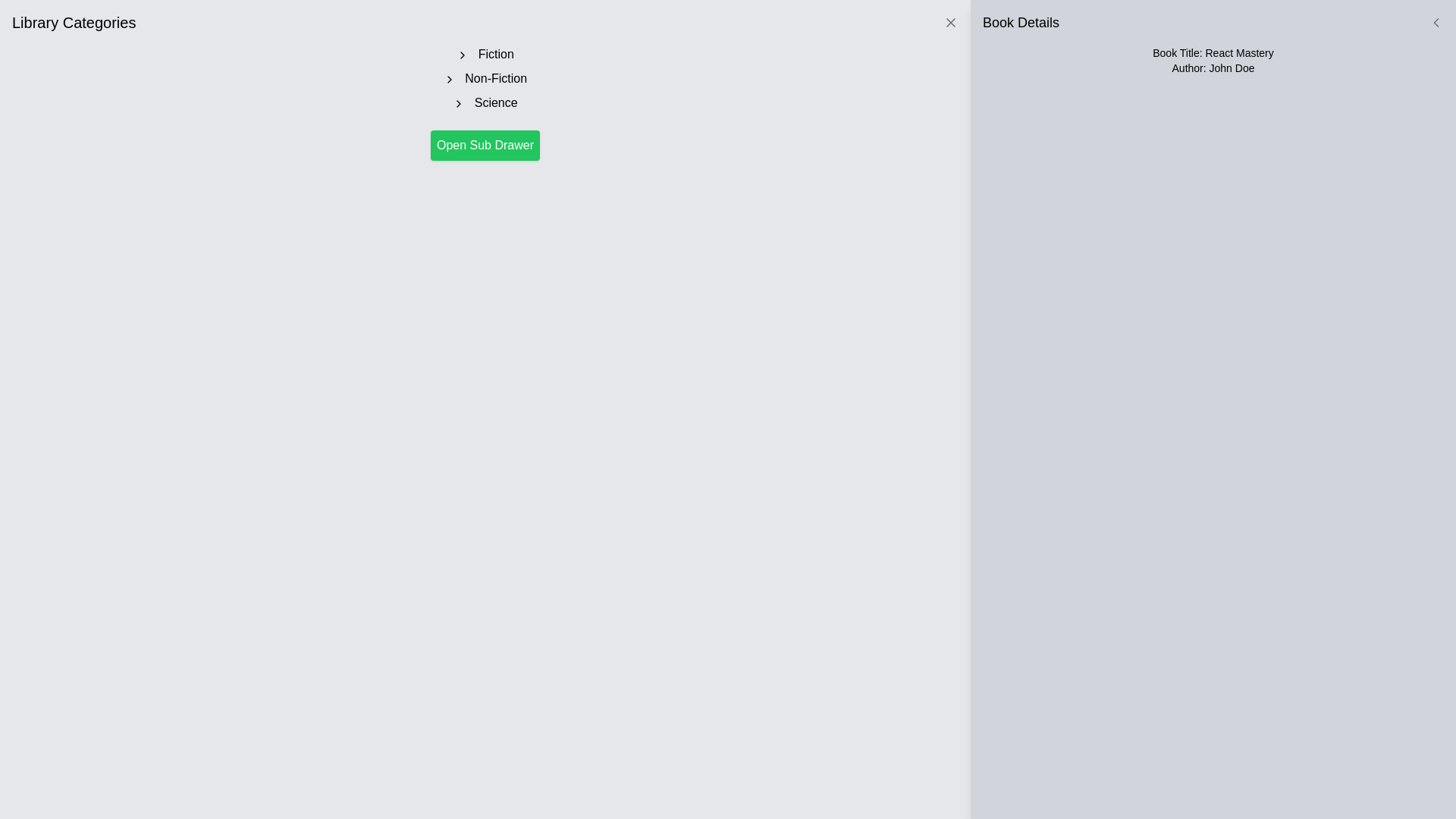 This screenshot has width=1456, height=819. Describe the element at coordinates (484, 54) in the screenshot. I see `the 'Fiction' category label` at that location.